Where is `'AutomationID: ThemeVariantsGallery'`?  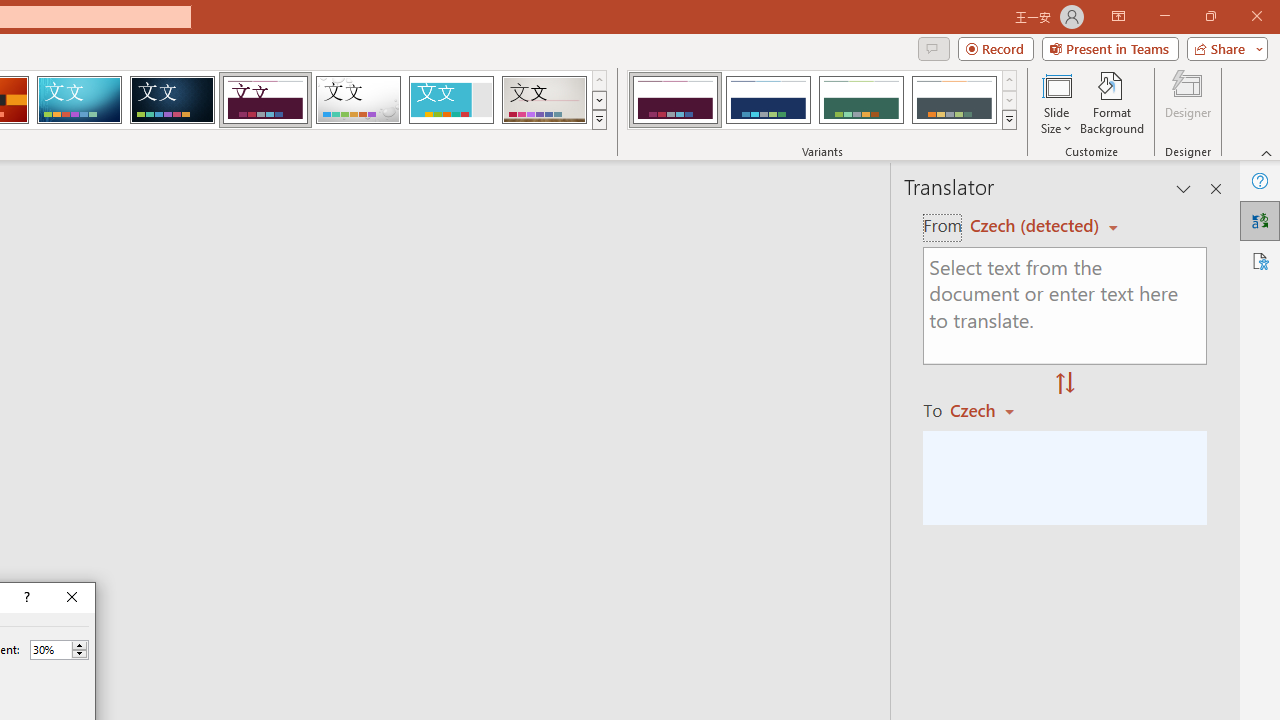
'AutomationID: ThemeVariantsGallery' is located at coordinates (823, 100).